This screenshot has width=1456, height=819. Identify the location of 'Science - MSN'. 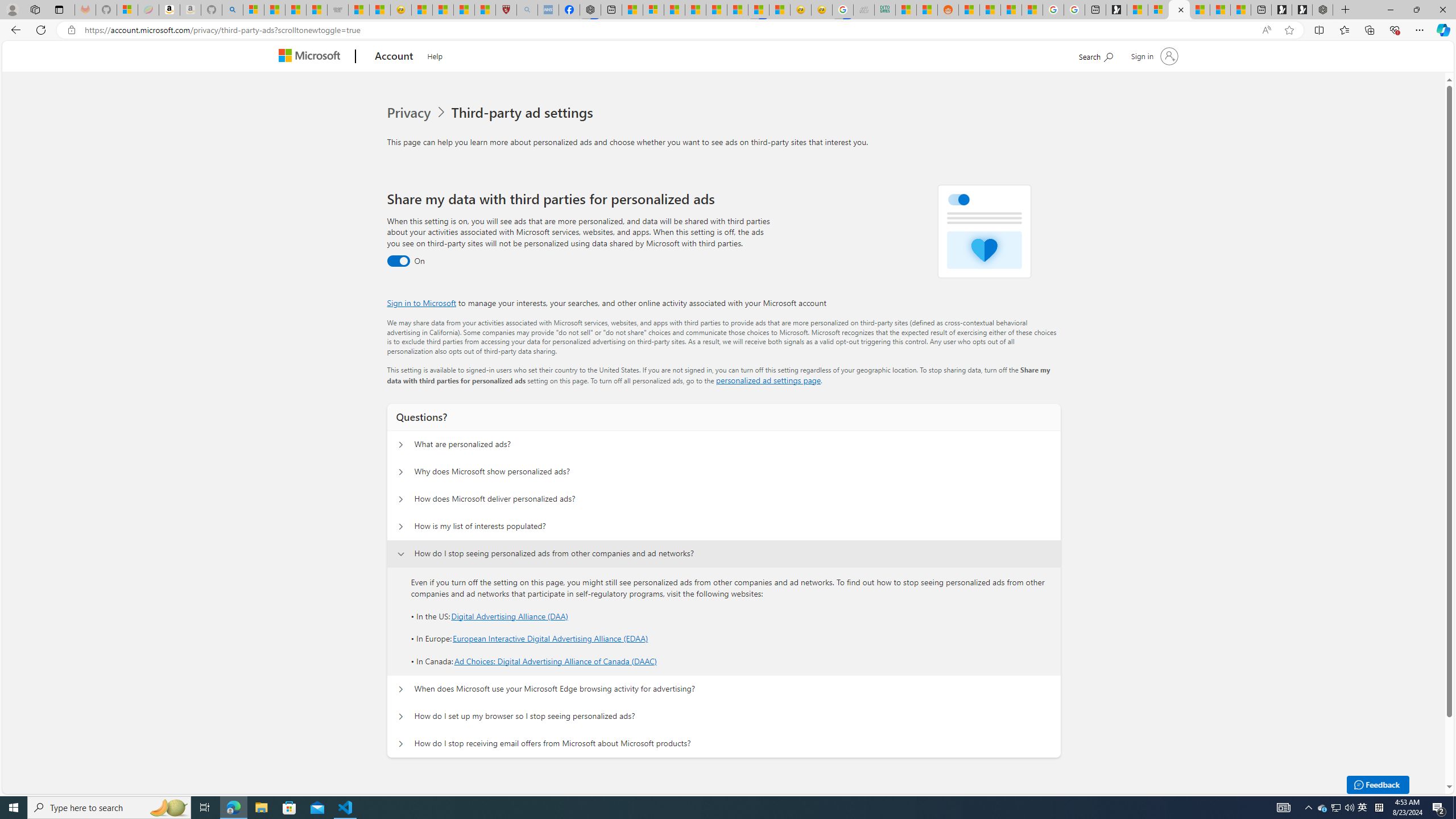
(464, 9).